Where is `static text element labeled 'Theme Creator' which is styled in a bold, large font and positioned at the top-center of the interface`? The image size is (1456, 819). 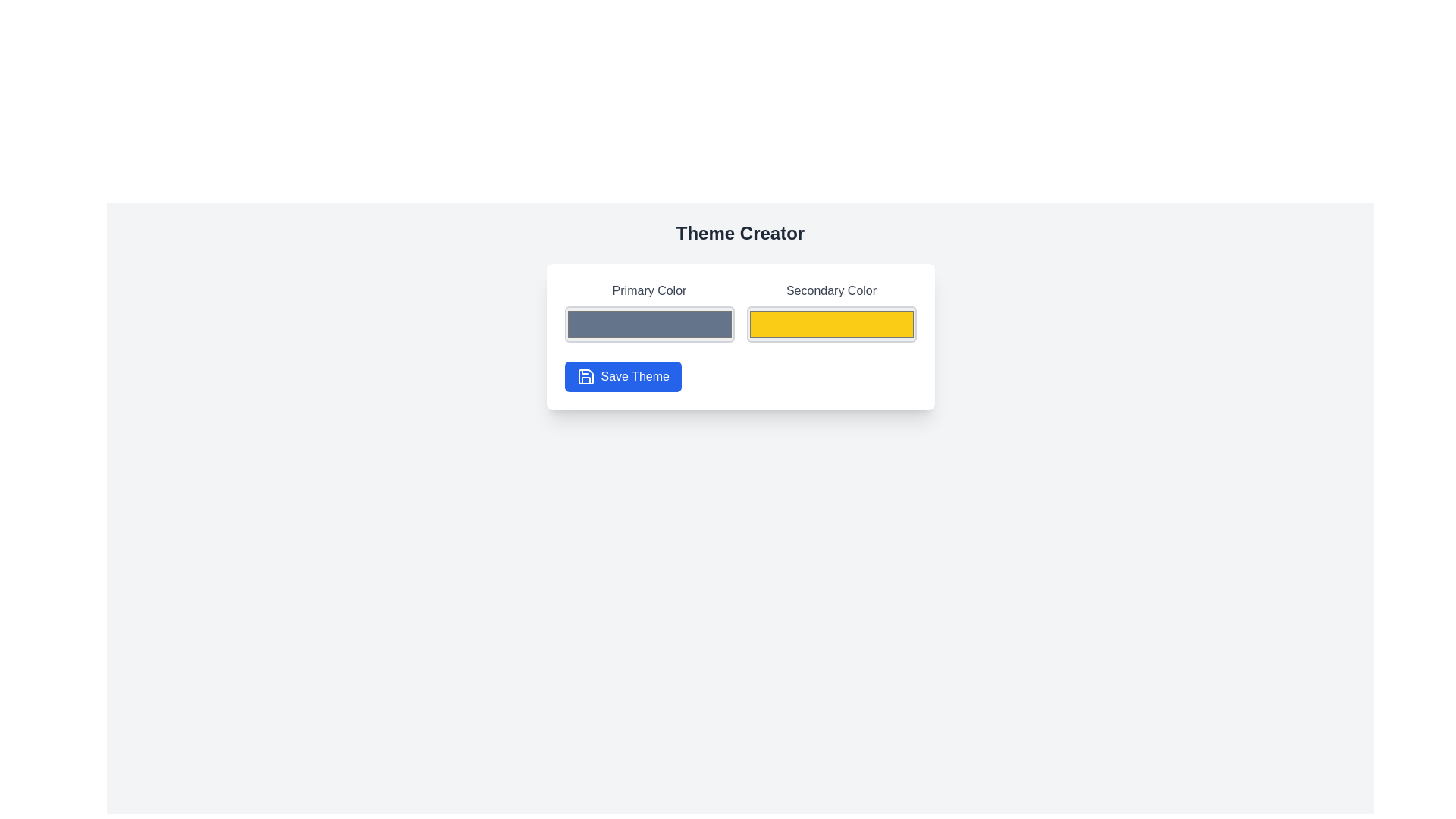
static text element labeled 'Theme Creator' which is styled in a bold, large font and positioned at the top-center of the interface is located at coordinates (740, 234).